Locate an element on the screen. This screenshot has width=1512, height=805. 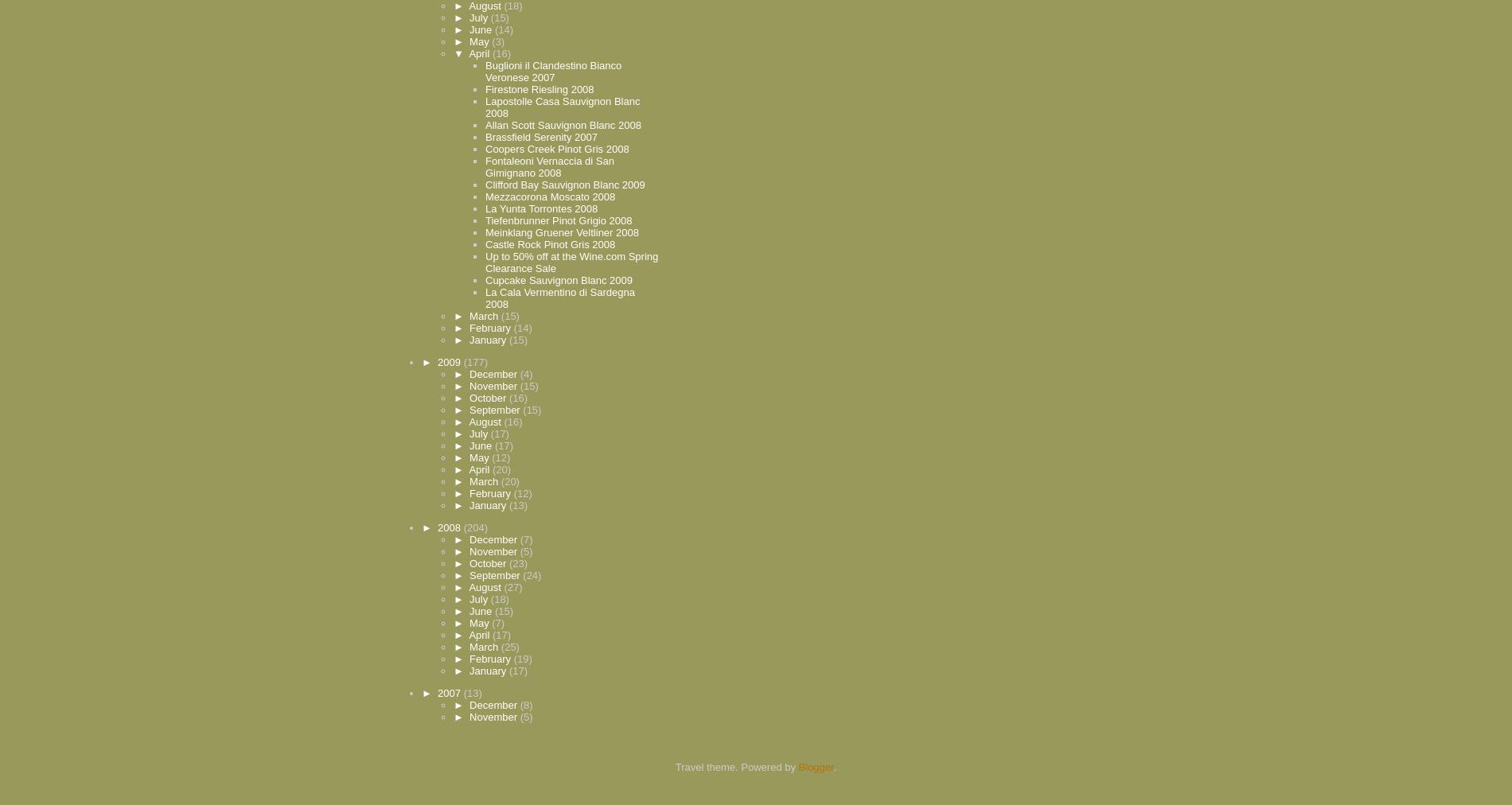
'(3)' is located at coordinates (498, 40).